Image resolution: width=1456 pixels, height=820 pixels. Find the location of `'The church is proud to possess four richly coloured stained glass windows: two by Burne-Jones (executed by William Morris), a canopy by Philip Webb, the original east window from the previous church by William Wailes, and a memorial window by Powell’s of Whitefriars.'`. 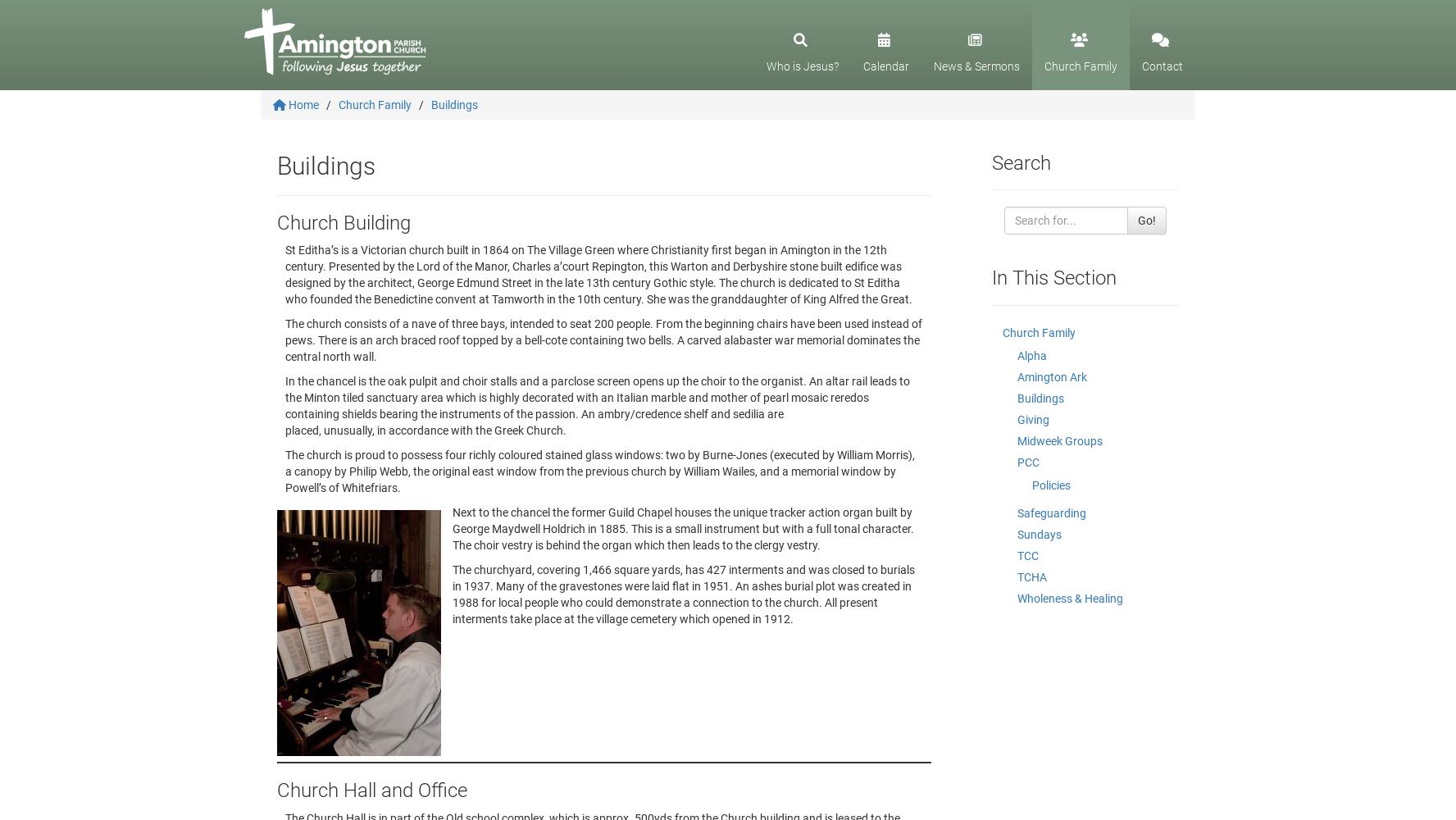

'The church is proud to possess four richly coloured stained glass windows: two by Burne-Jones (executed by William Morris), a canopy by Philip Webb, the original east window from the previous church by William Wailes, and a memorial window by Powell’s of Whitefriars.' is located at coordinates (284, 471).